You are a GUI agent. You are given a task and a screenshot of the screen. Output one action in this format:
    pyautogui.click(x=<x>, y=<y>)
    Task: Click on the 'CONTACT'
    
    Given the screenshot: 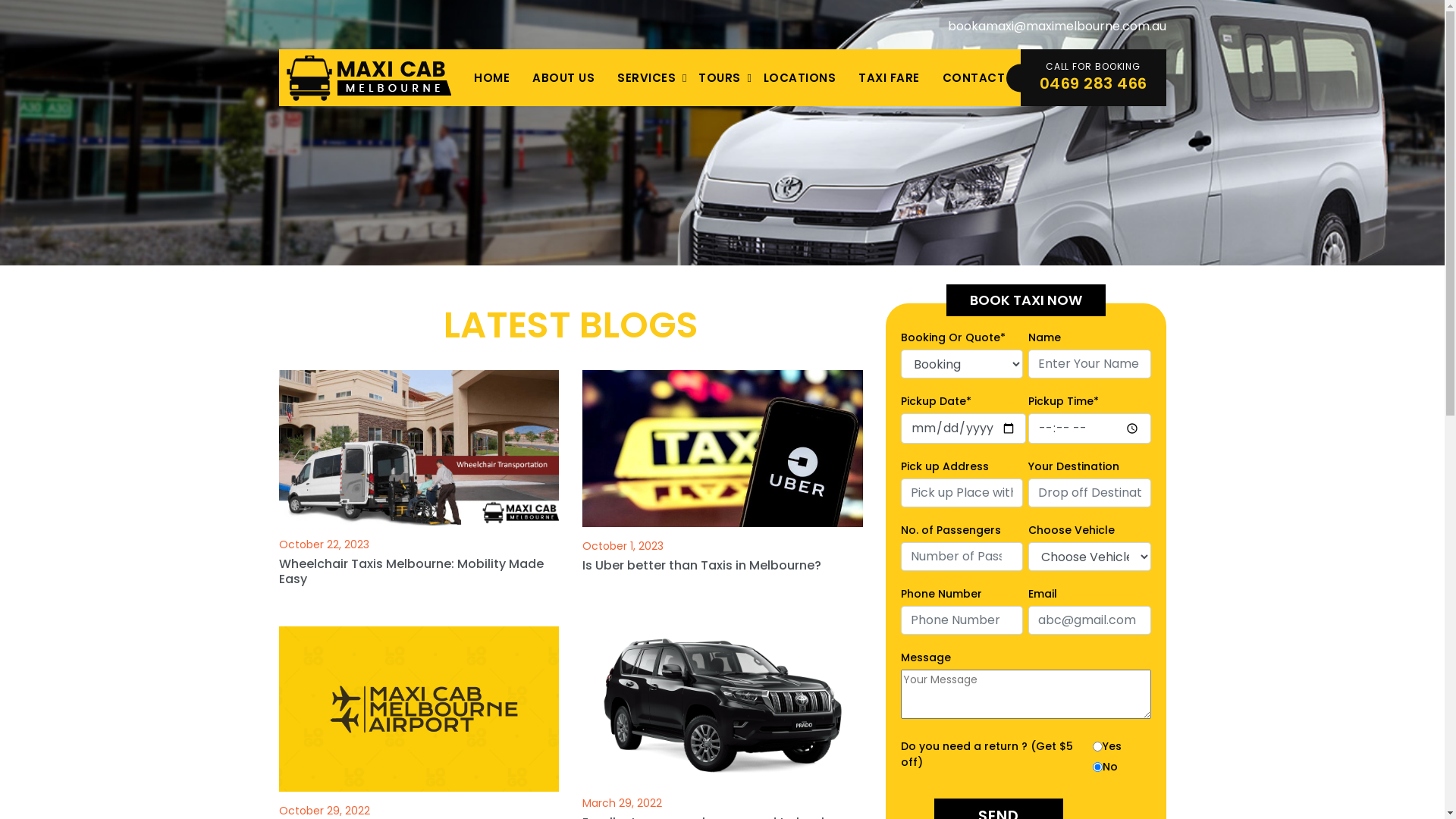 What is the action you would take?
    pyautogui.click(x=974, y=77)
    